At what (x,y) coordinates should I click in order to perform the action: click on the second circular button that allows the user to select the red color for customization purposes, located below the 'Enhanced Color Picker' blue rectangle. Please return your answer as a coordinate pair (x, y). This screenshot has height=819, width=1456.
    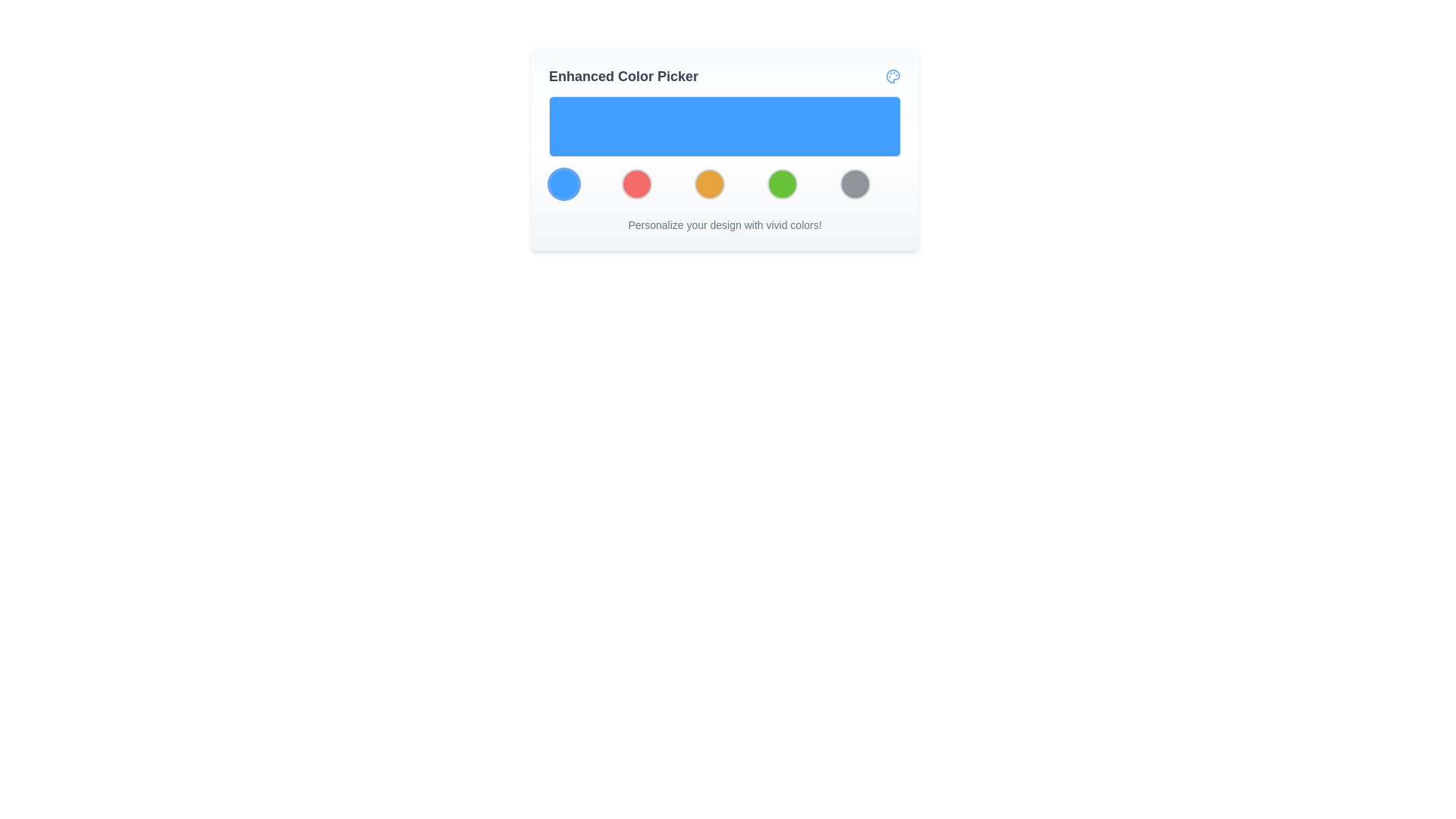
    Looking at the image, I should click on (637, 184).